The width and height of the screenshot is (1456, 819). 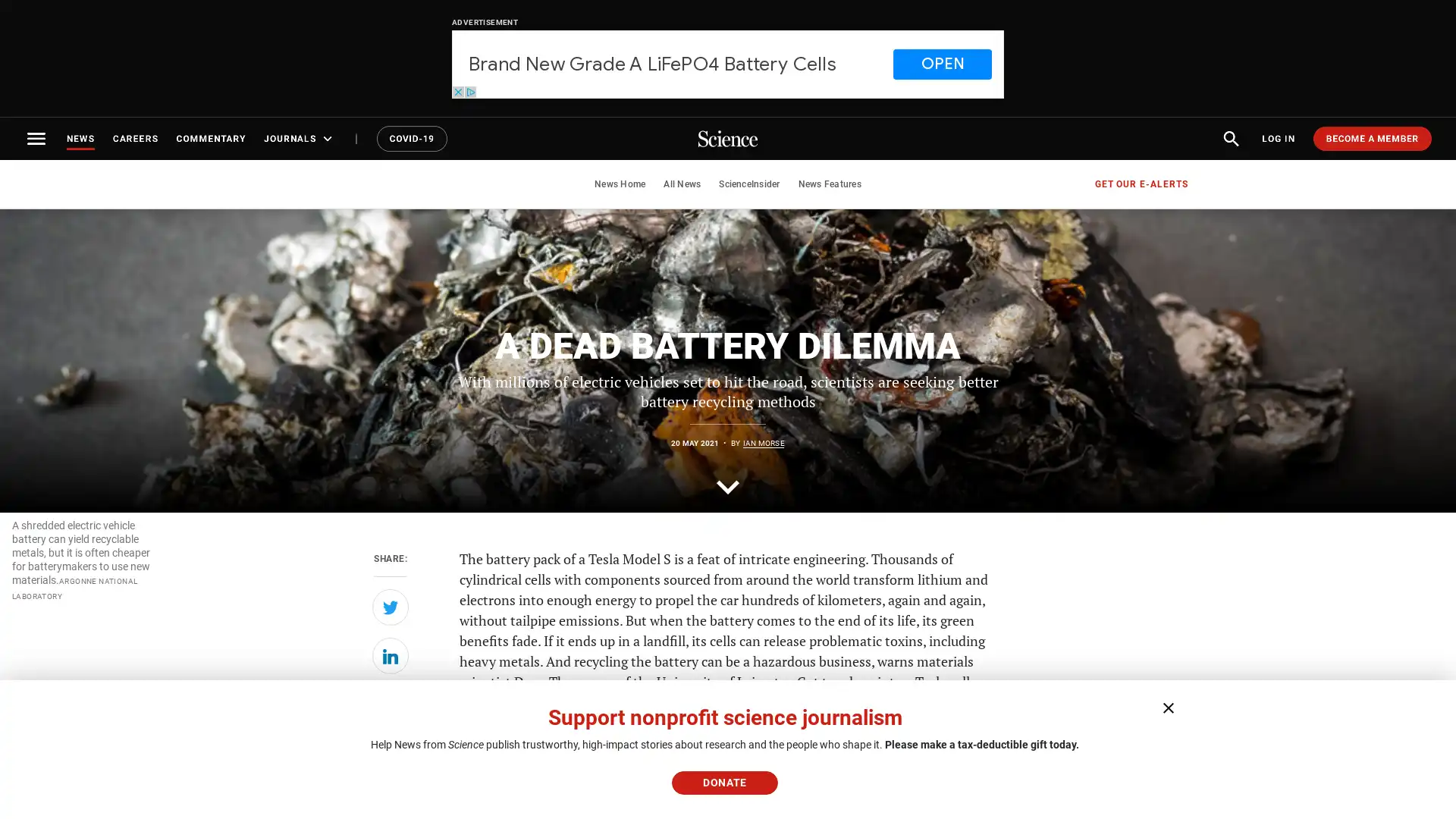 What do you see at coordinates (300, 138) in the screenshot?
I see `JOURNALS` at bounding box center [300, 138].